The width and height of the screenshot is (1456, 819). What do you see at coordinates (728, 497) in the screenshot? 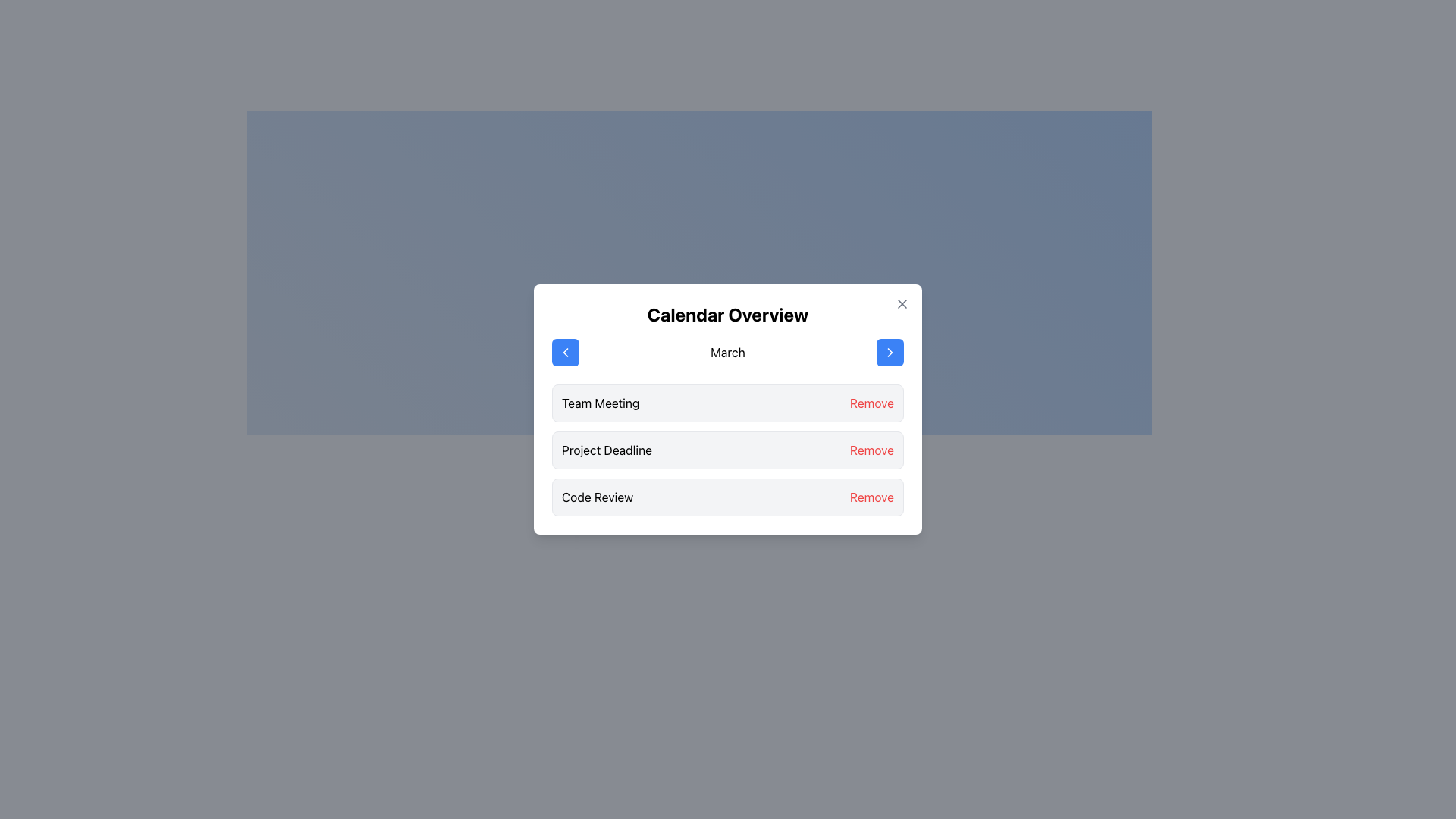
I see `the 'Code Review' list item in the third row to possibly perform additional actions` at bounding box center [728, 497].